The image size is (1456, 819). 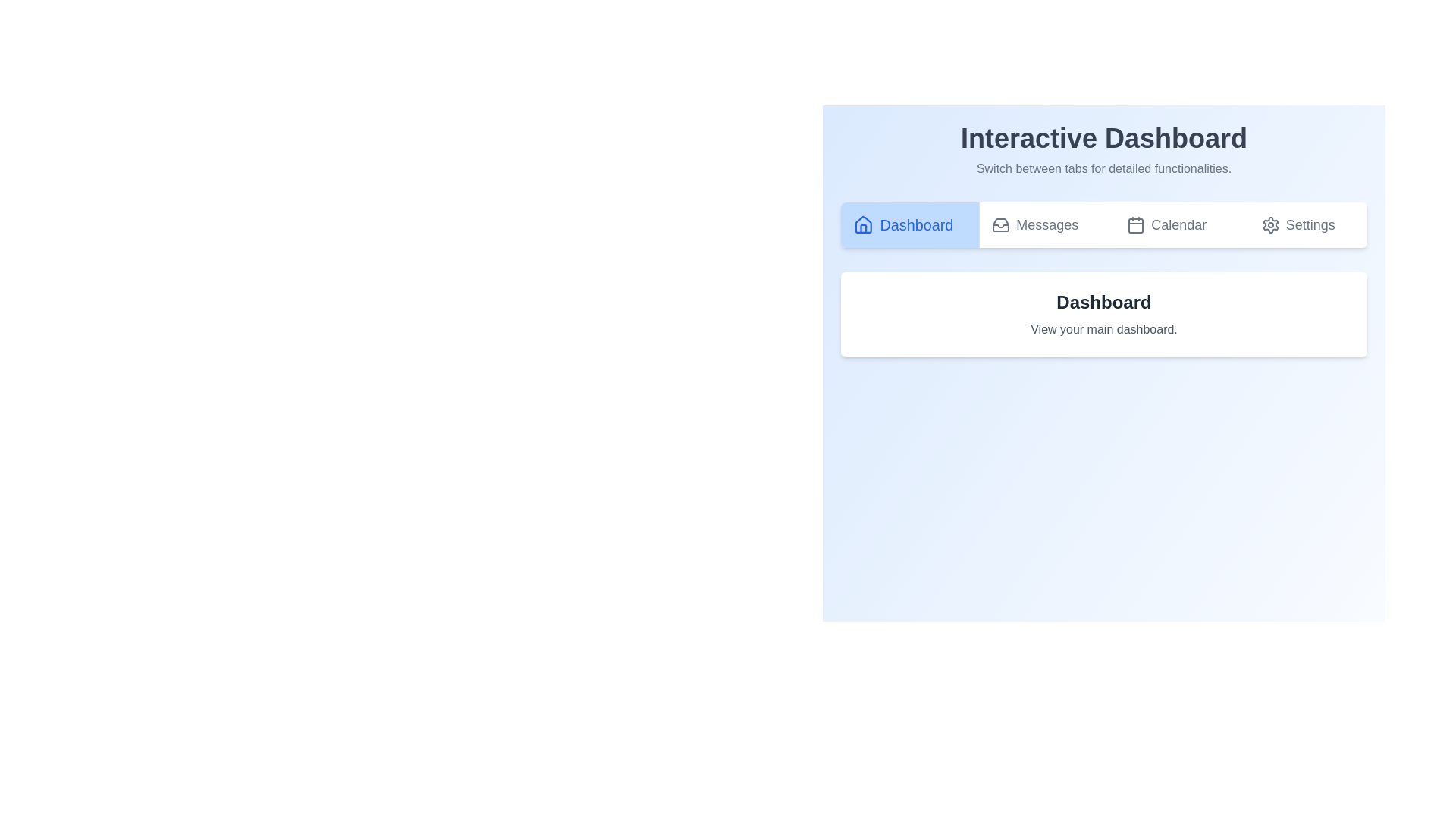 What do you see at coordinates (1037, 225) in the screenshot?
I see `the 'Messages' tab in the header of the application to change its color` at bounding box center [1037, 225].